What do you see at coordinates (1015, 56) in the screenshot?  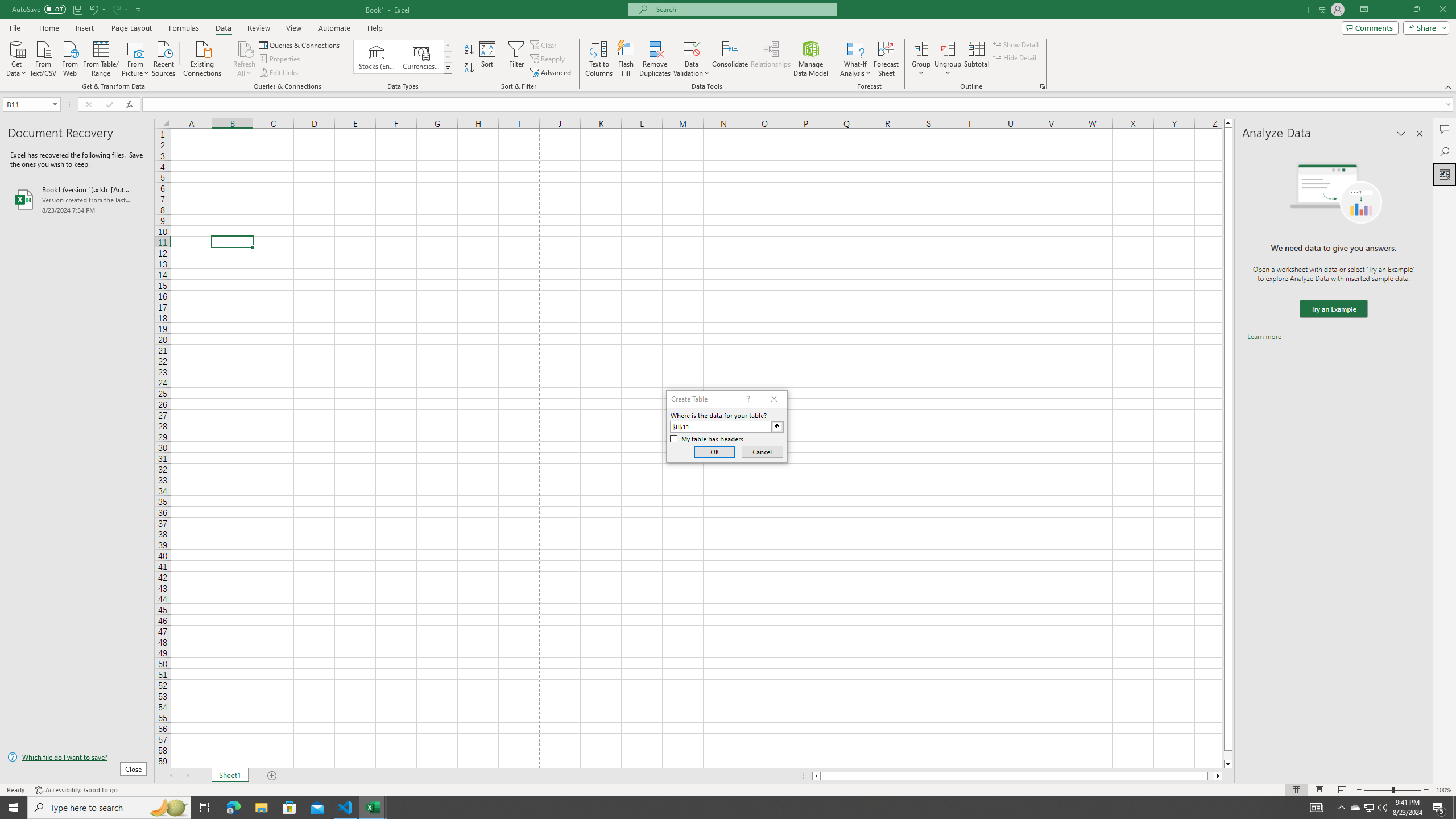 I see `'Hide Detail'` at bounding box center [1015, 56].